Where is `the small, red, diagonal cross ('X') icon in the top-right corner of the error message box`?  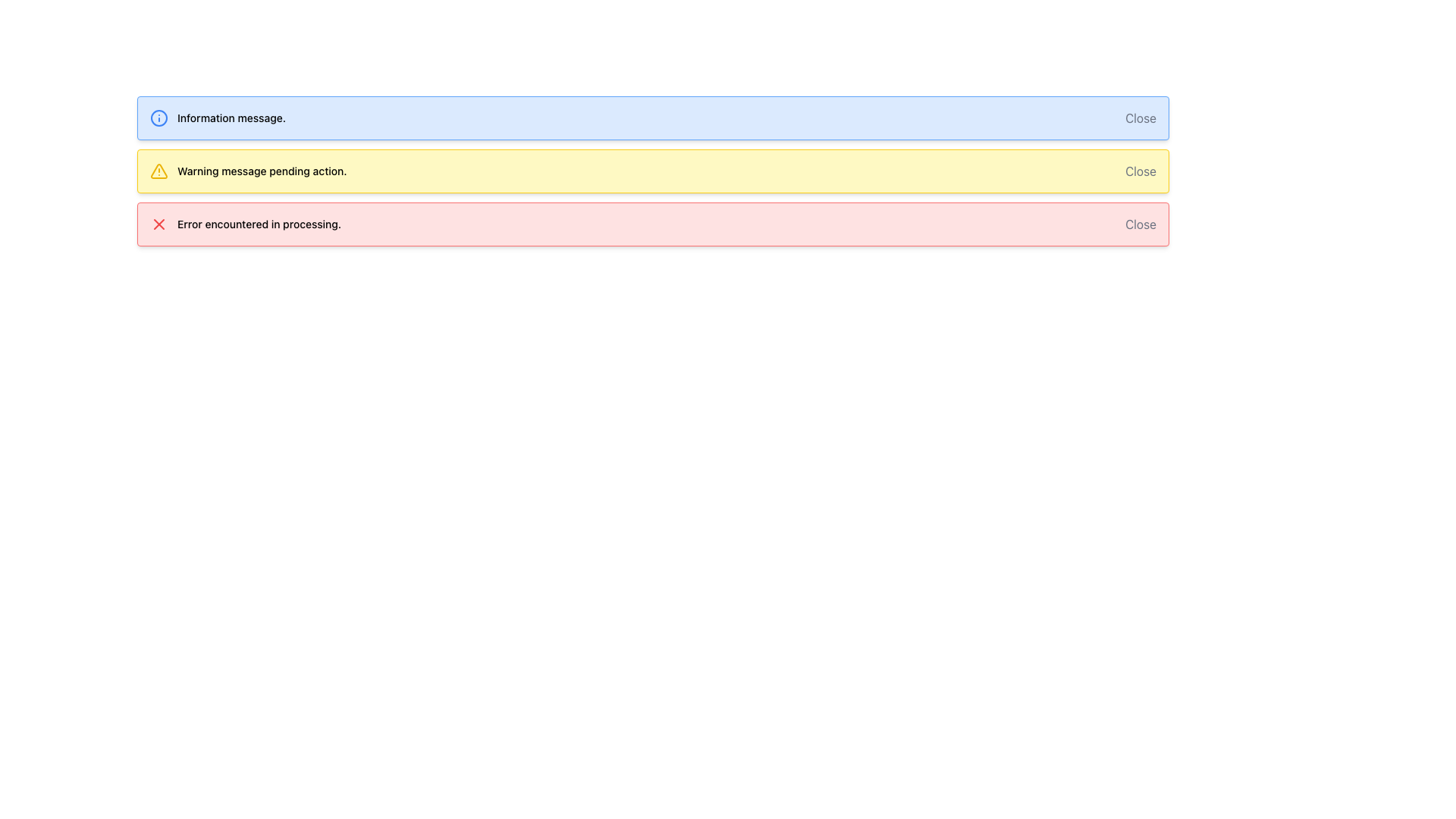 the small, red, diagonal cross ('X') icon in the top-right corner of the error message box is located at coordinates (159, 224).